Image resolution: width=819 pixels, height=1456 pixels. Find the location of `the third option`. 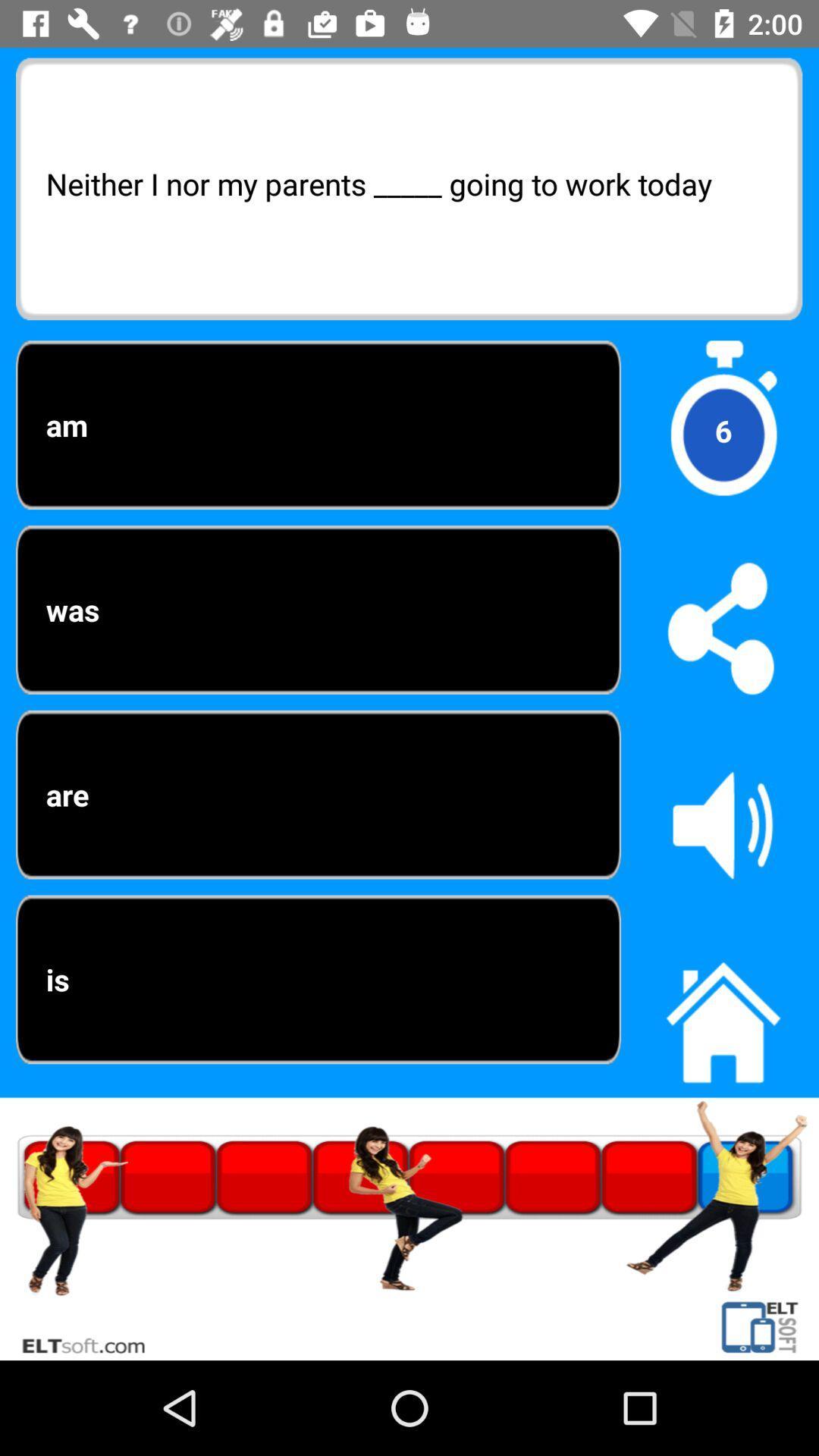

the third option is located at coordinates (318, 794).